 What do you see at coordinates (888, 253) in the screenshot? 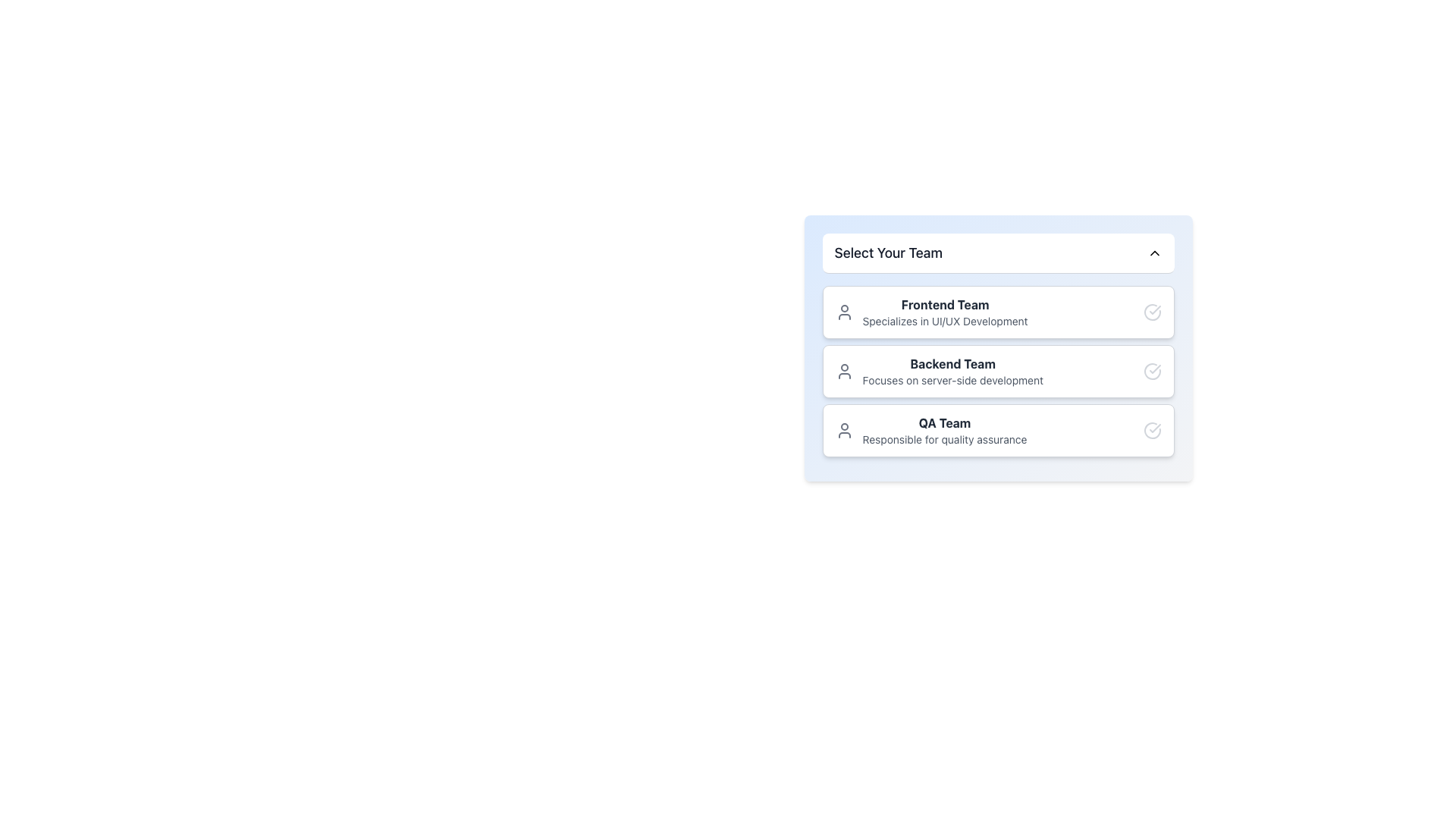
I see `text content of the primary label that serves as the title for the dropdown section, located at the top of the dropdown component` at bounding box center [888, 253].